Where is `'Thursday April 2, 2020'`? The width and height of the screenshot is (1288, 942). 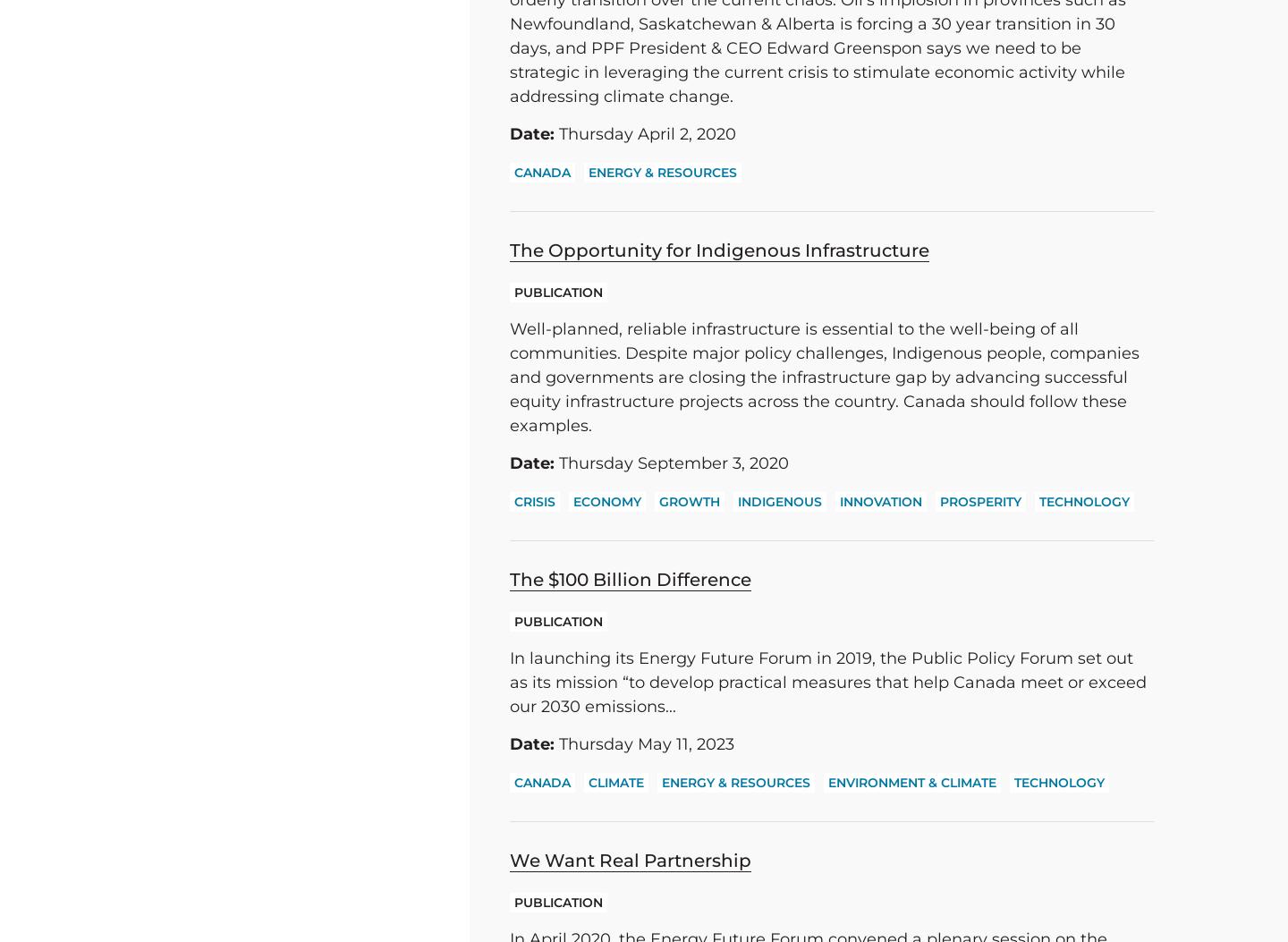
'Thursday April 2, 2020' is located at coordinates (644, 133).